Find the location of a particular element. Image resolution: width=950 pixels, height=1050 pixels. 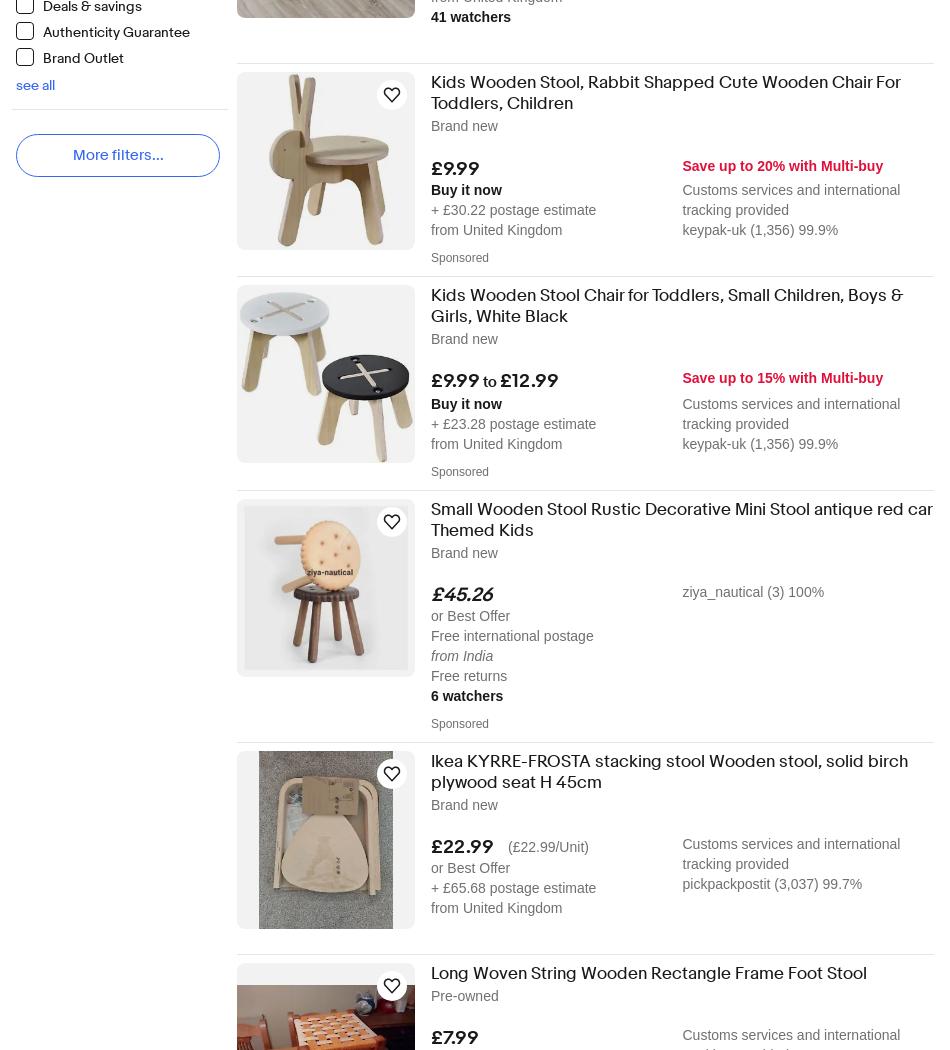

'£22.99' is located at coordinates (461, 847).